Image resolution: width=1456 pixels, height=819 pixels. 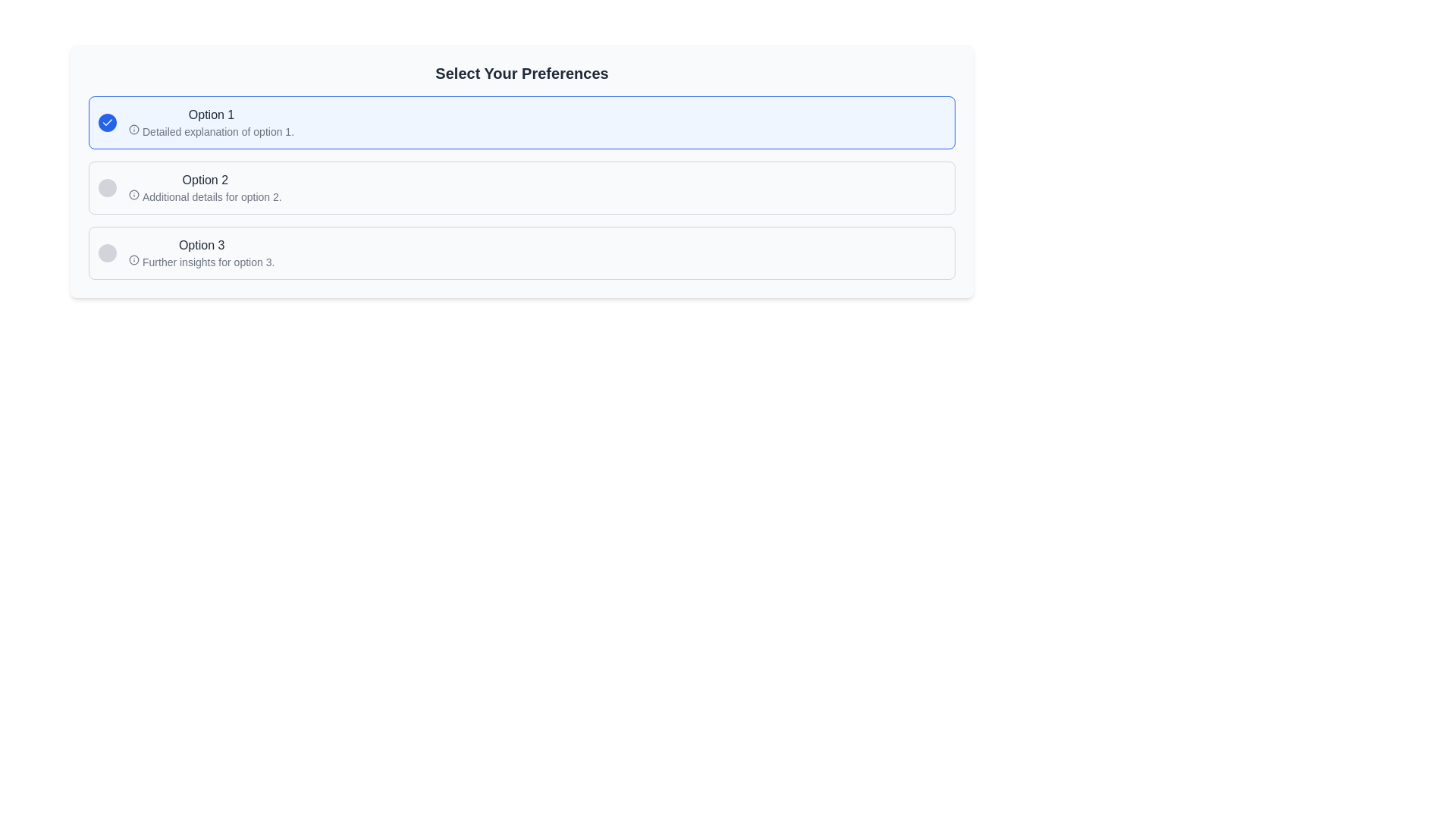 What do you see at coordinates (107, 253) in the screenshot?
I see `the radio button indicating the selection status for 'Option 3', located in the left margin of its row` at bounding box center [107, 253].